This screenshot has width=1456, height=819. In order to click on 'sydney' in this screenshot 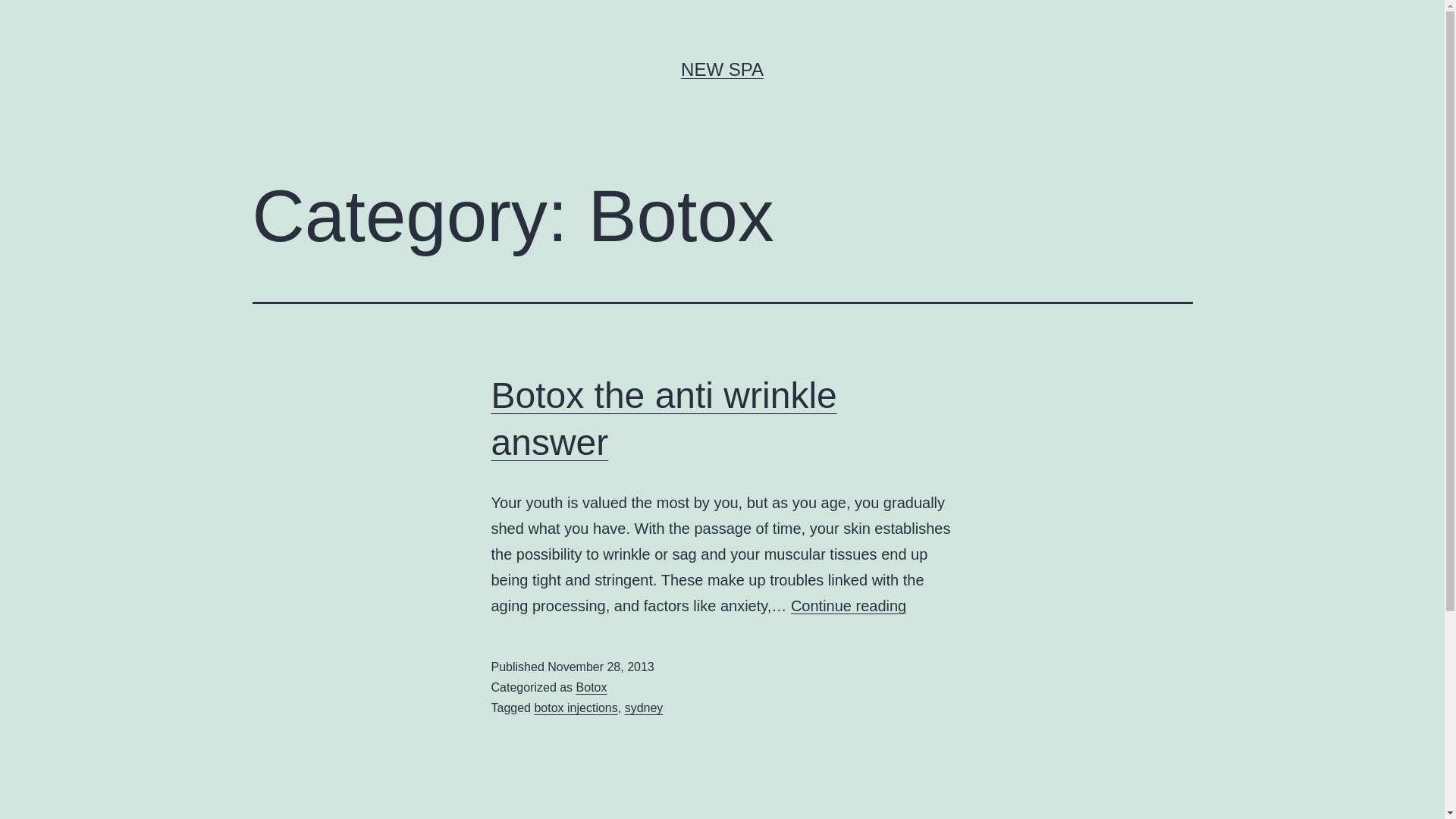, I will do `click(644, 708)`.